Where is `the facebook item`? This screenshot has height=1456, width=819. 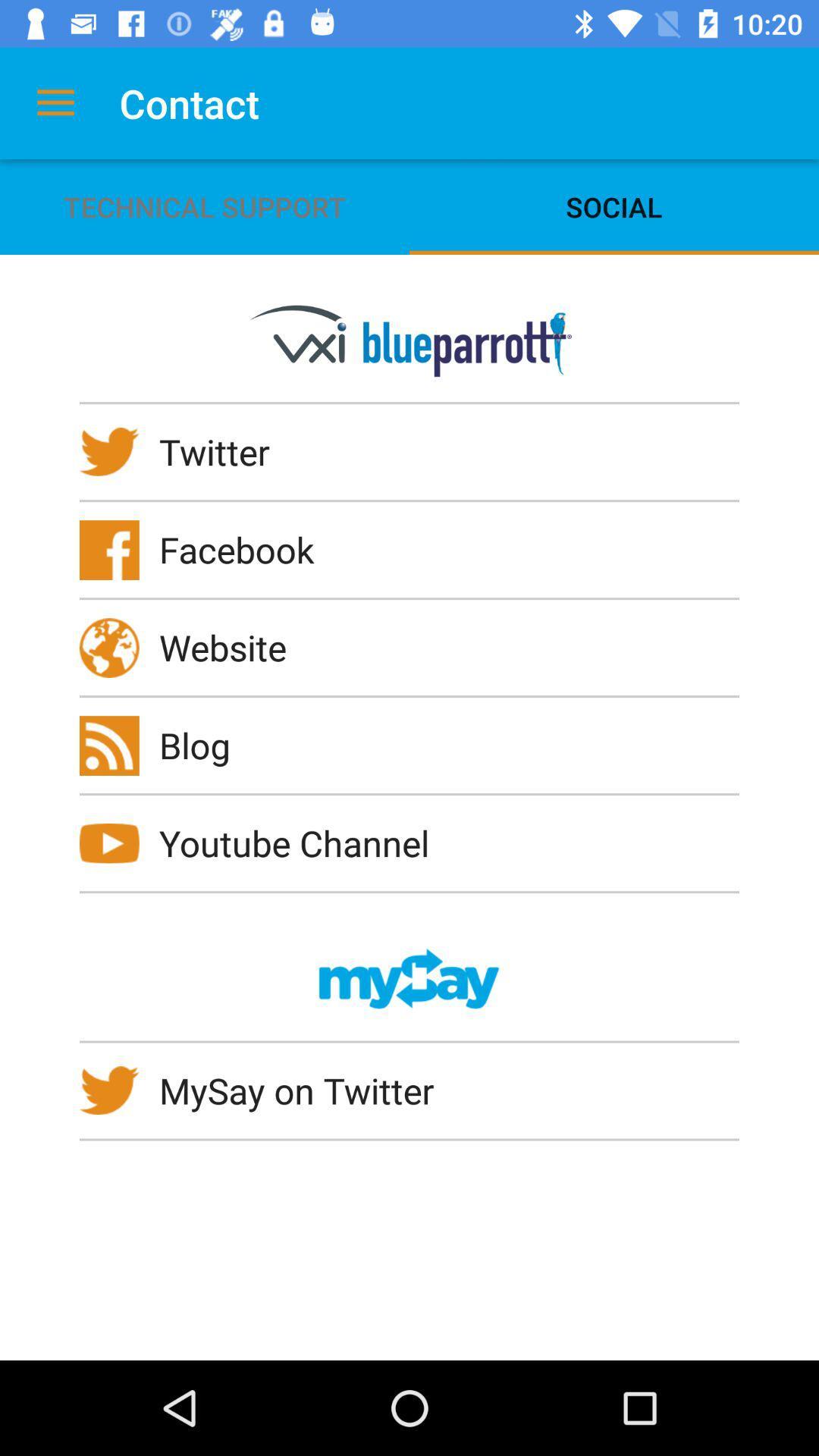
the facebook item is located at coordinates (246, 548).